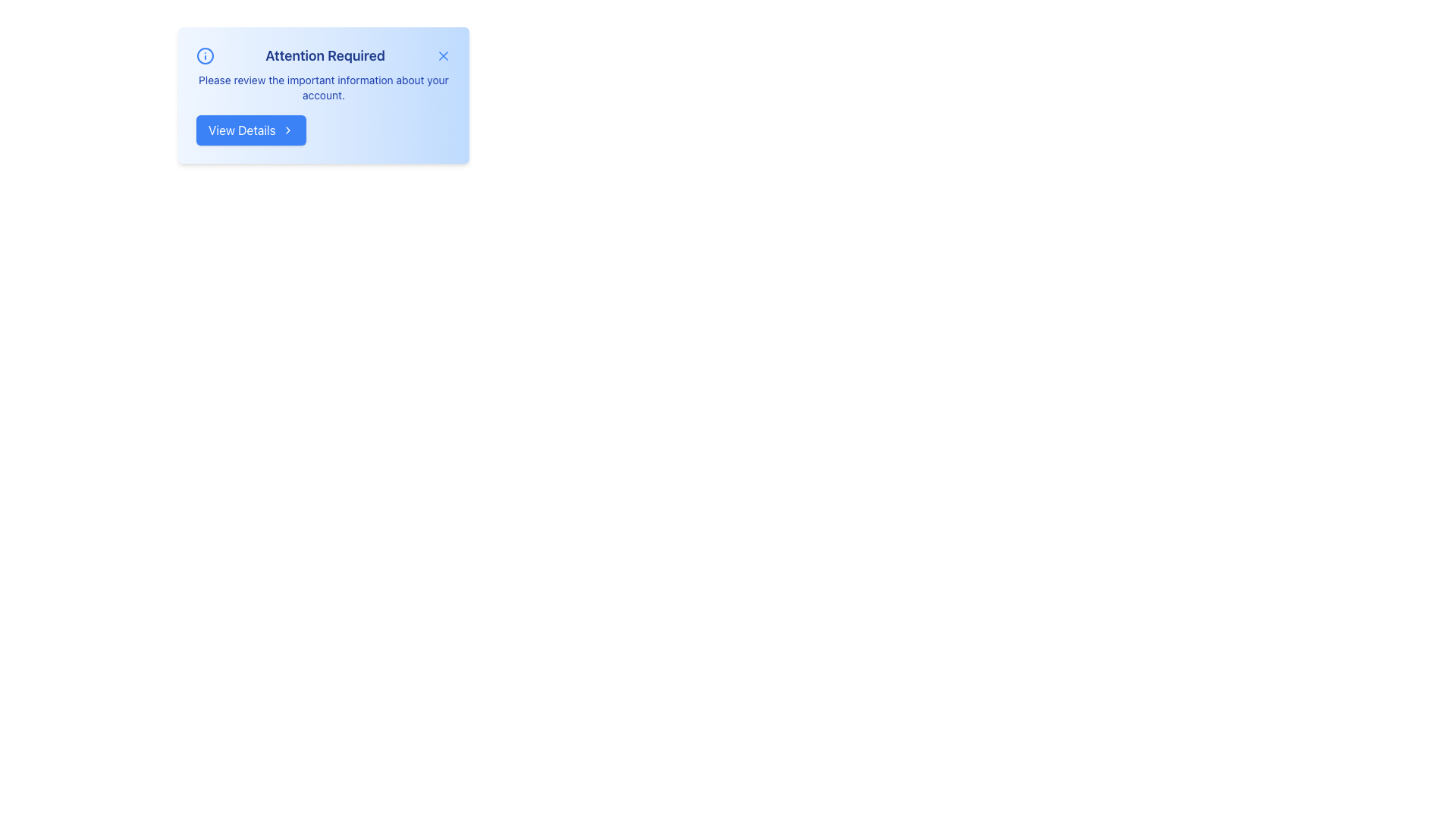 The width and height of the screenshot is (1456, 819). What do you see at coordinates (443, 55) in the screenshot?
I see `the close icon in the top right corner of the notification panel` at bounding box center [443, 55].